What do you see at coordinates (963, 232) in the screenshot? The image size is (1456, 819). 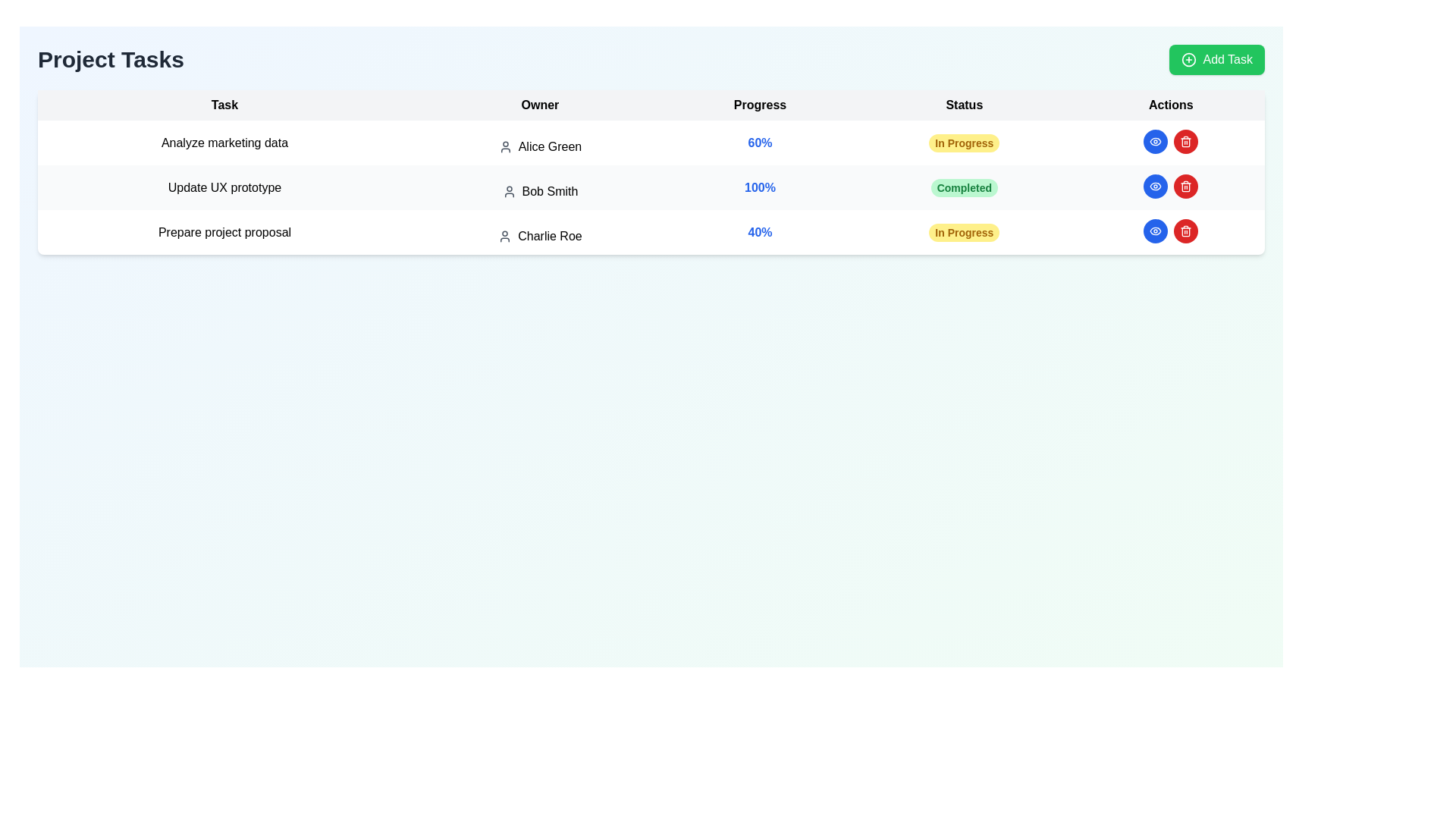 I see `the 'In Progress' badge element, which has a yellow background and bold text, located in the 'Status' column of the 'Prepare project proposal' task row` at bounding box center [963, 232].